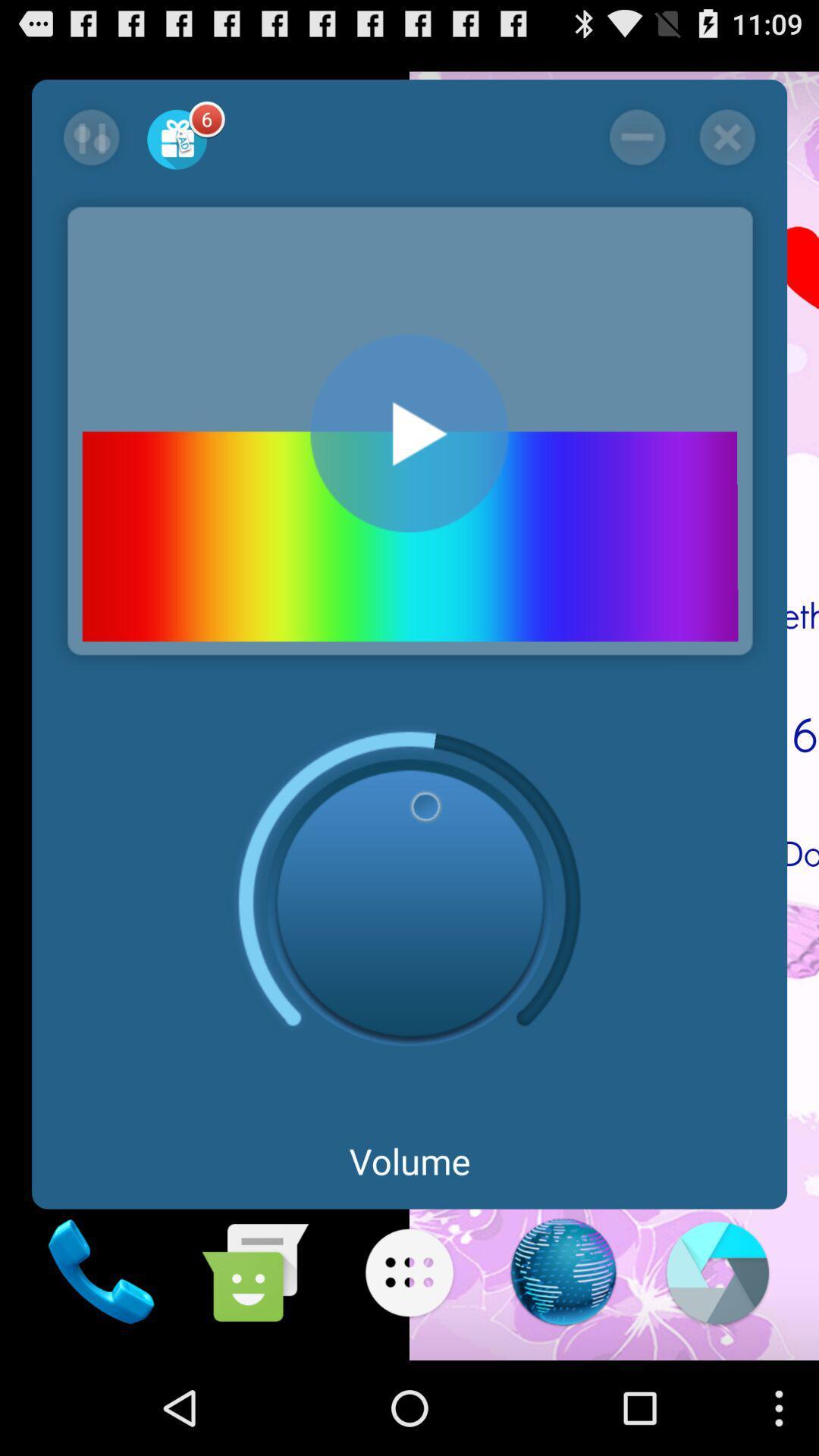 The height and width of the screenshot is (1456, 819). What do you see at coordinates (409, 432) in the screenshot?
I see `audio` at bounding box center [409, 432].